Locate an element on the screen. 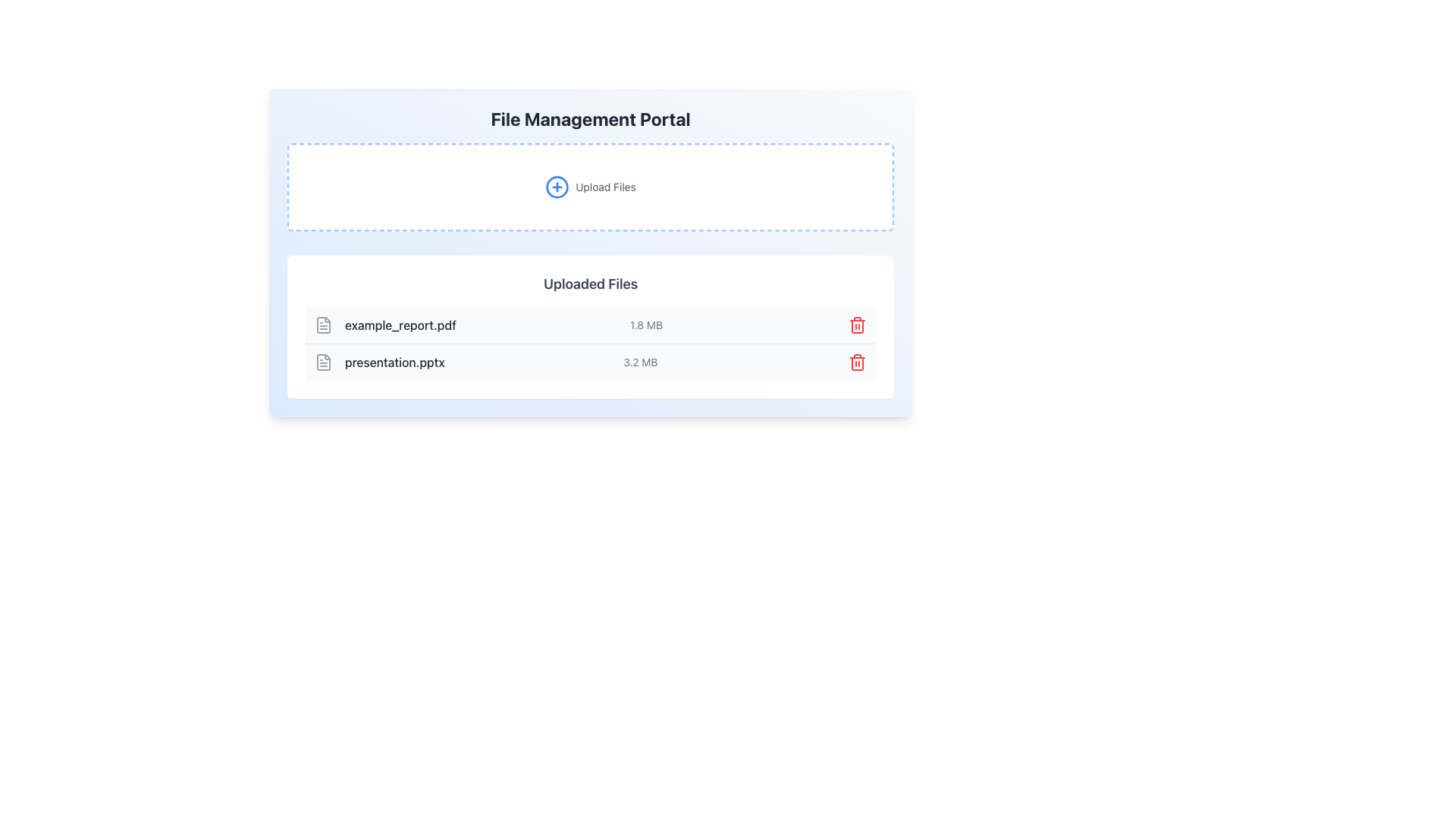 This screenshot has height=819, width=1456. the text label displaying 'example_report.pdf' in the 'Uploaded Files' section of the file management interface is located at coordinates (385, 324).